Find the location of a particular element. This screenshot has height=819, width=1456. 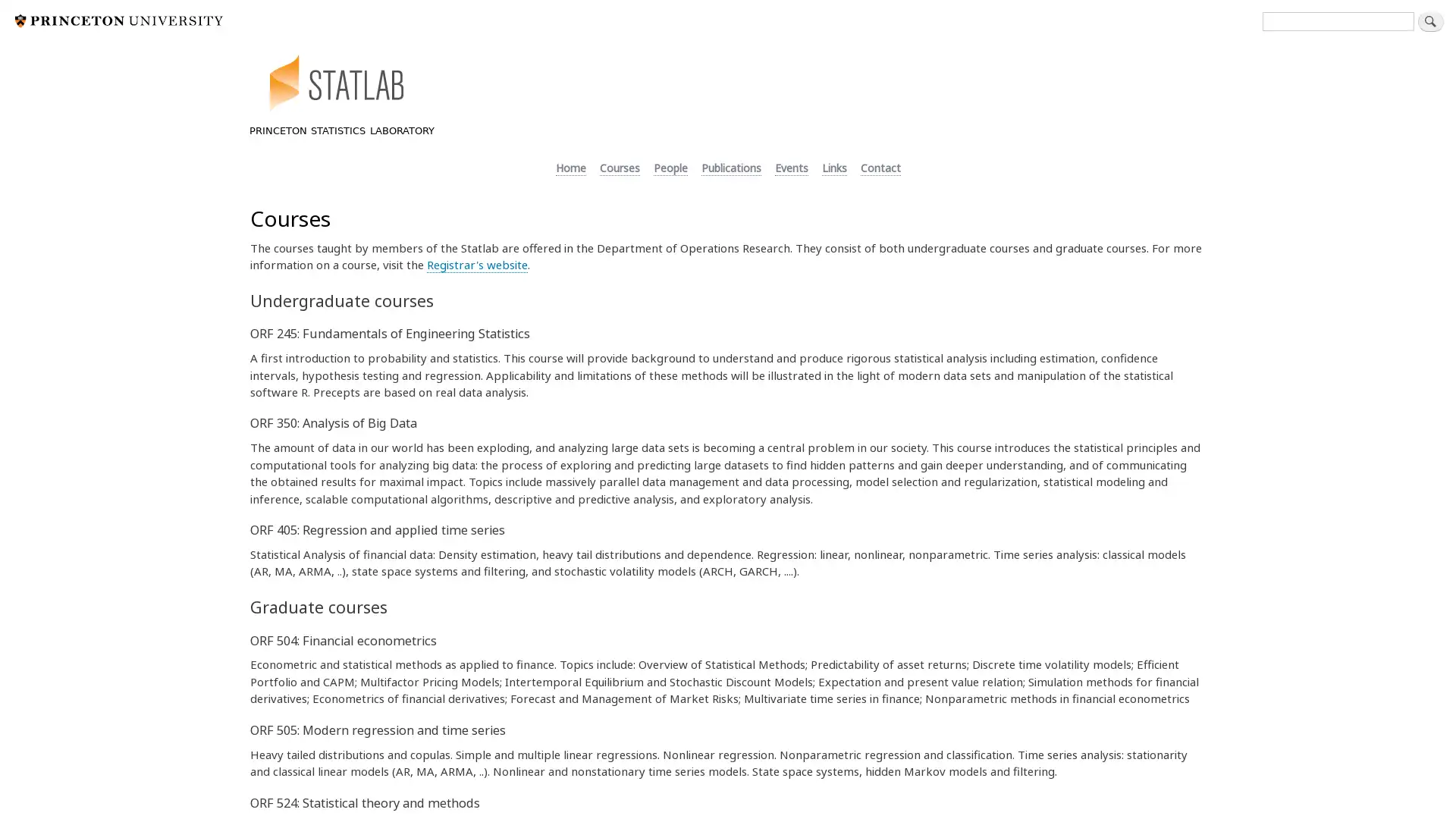

Search is located at coordinates (1429, 20).